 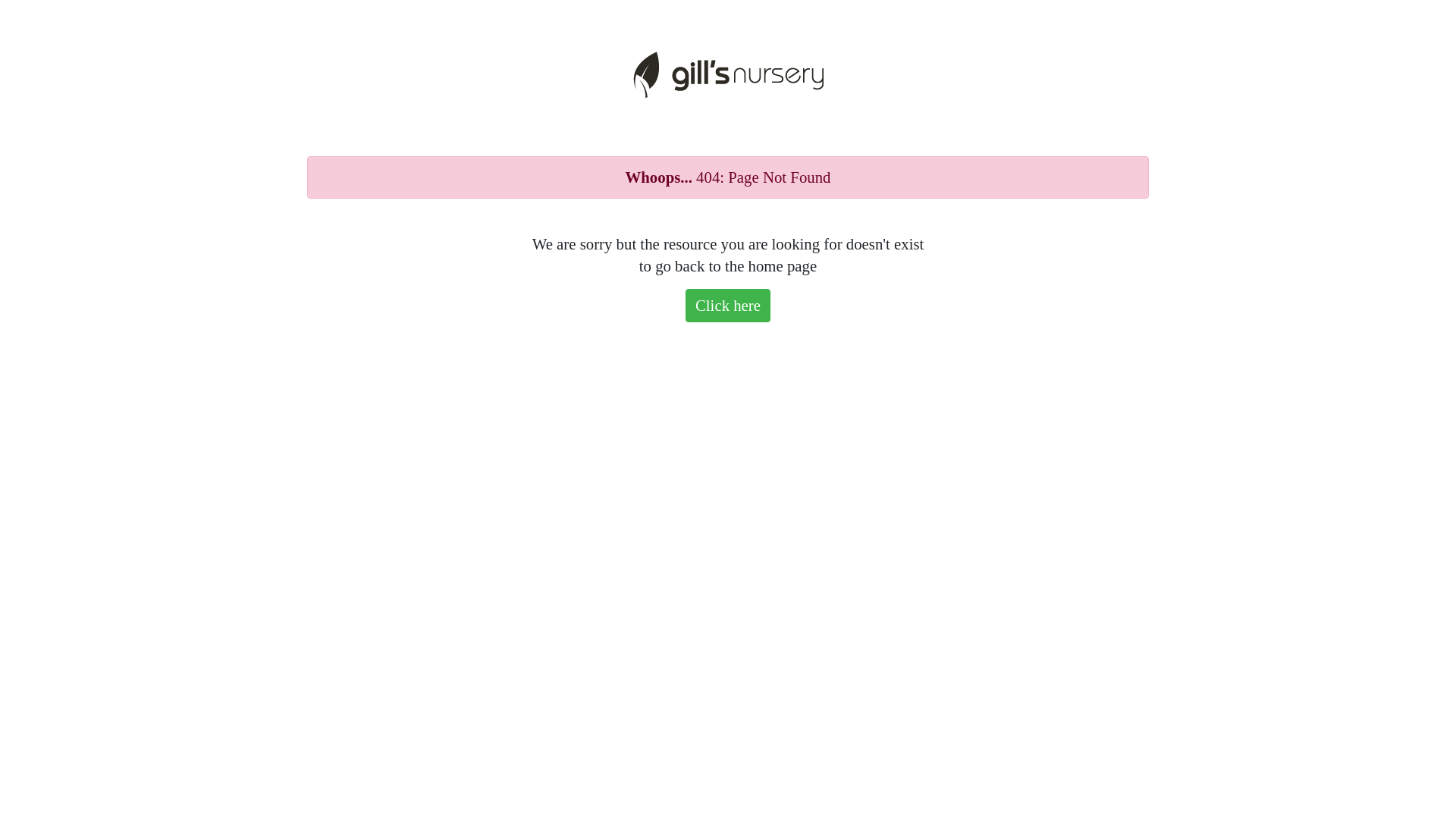 What do you see at coordinates (684, 305) in the screenshot?
I see `'Click here'` at bounding box center [684, 305].